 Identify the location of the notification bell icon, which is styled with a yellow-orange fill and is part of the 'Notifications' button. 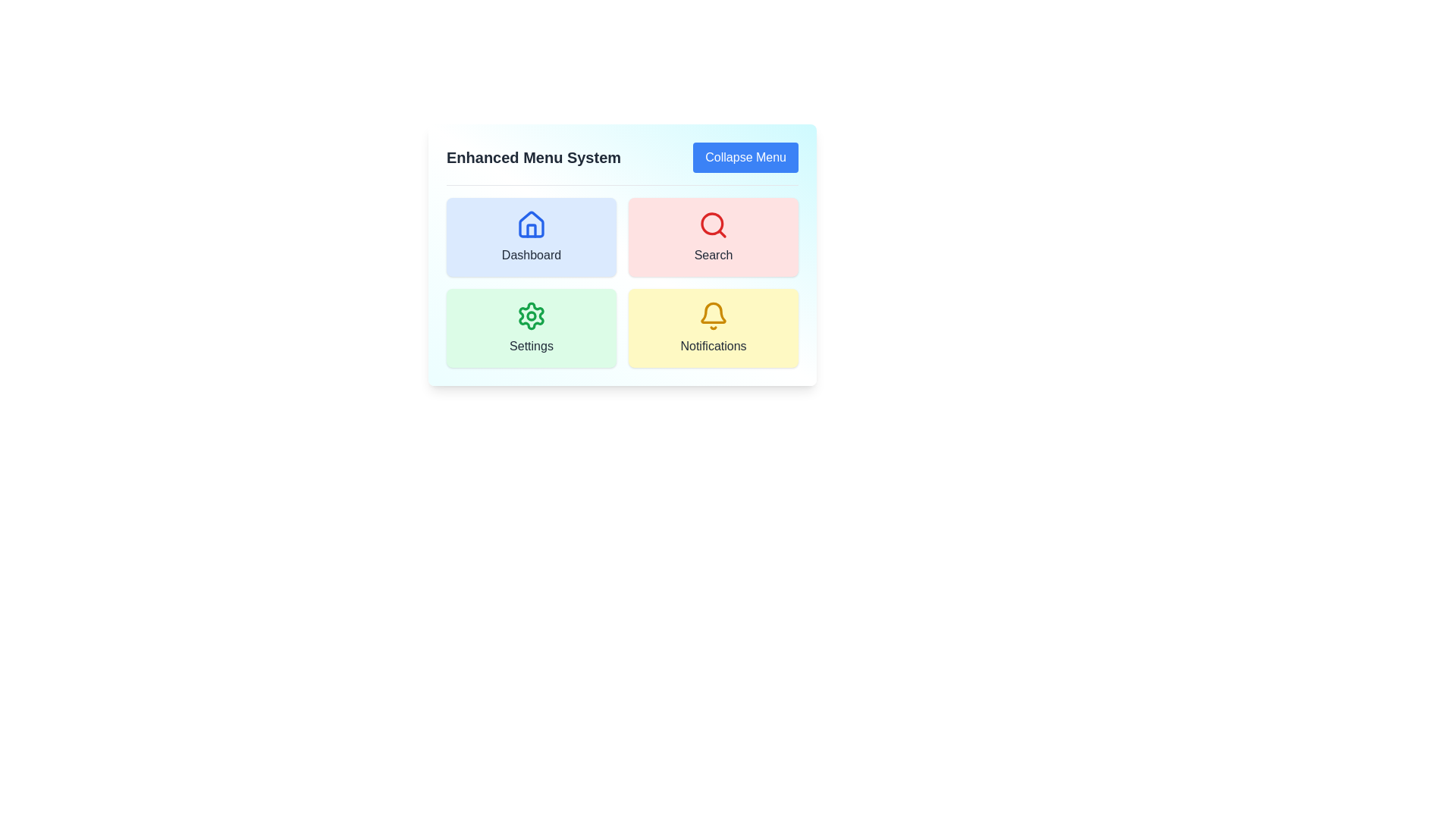
(712, 312).